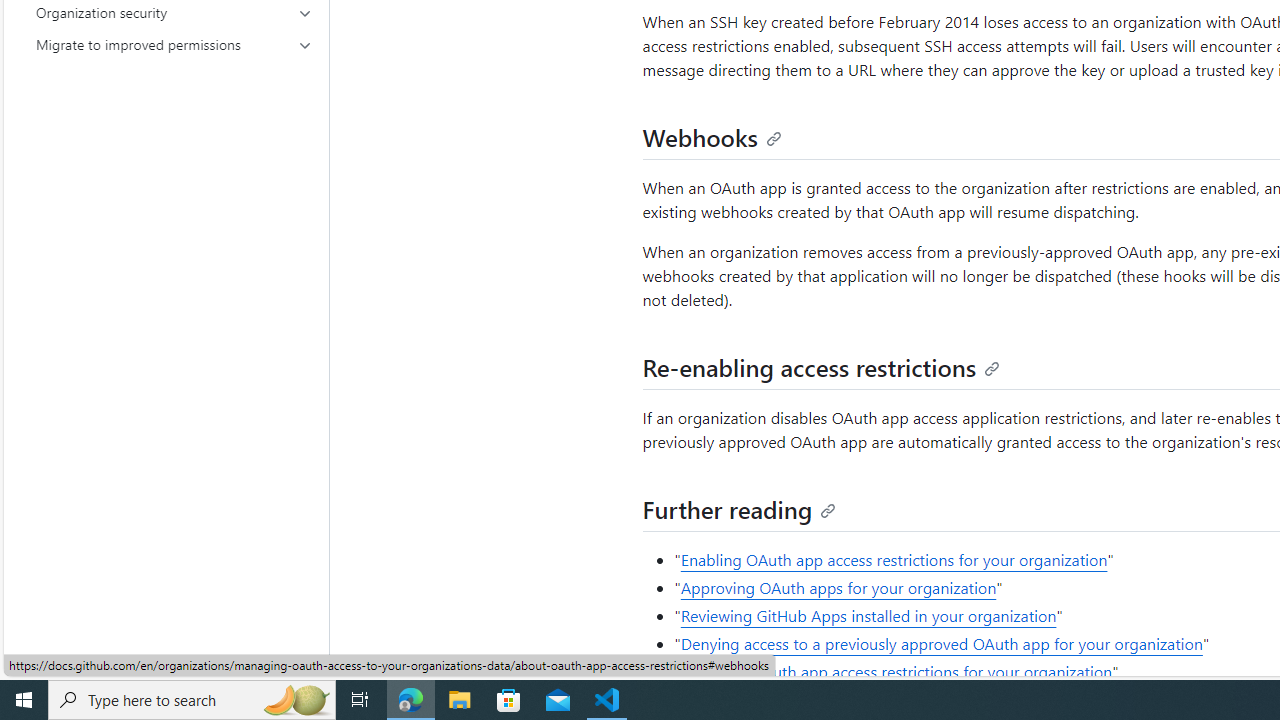 This screenshot has width=1280, height=720. Describe the element at coordinates (738, 507) in the screenshot. I see `'Further reading'` at that location.